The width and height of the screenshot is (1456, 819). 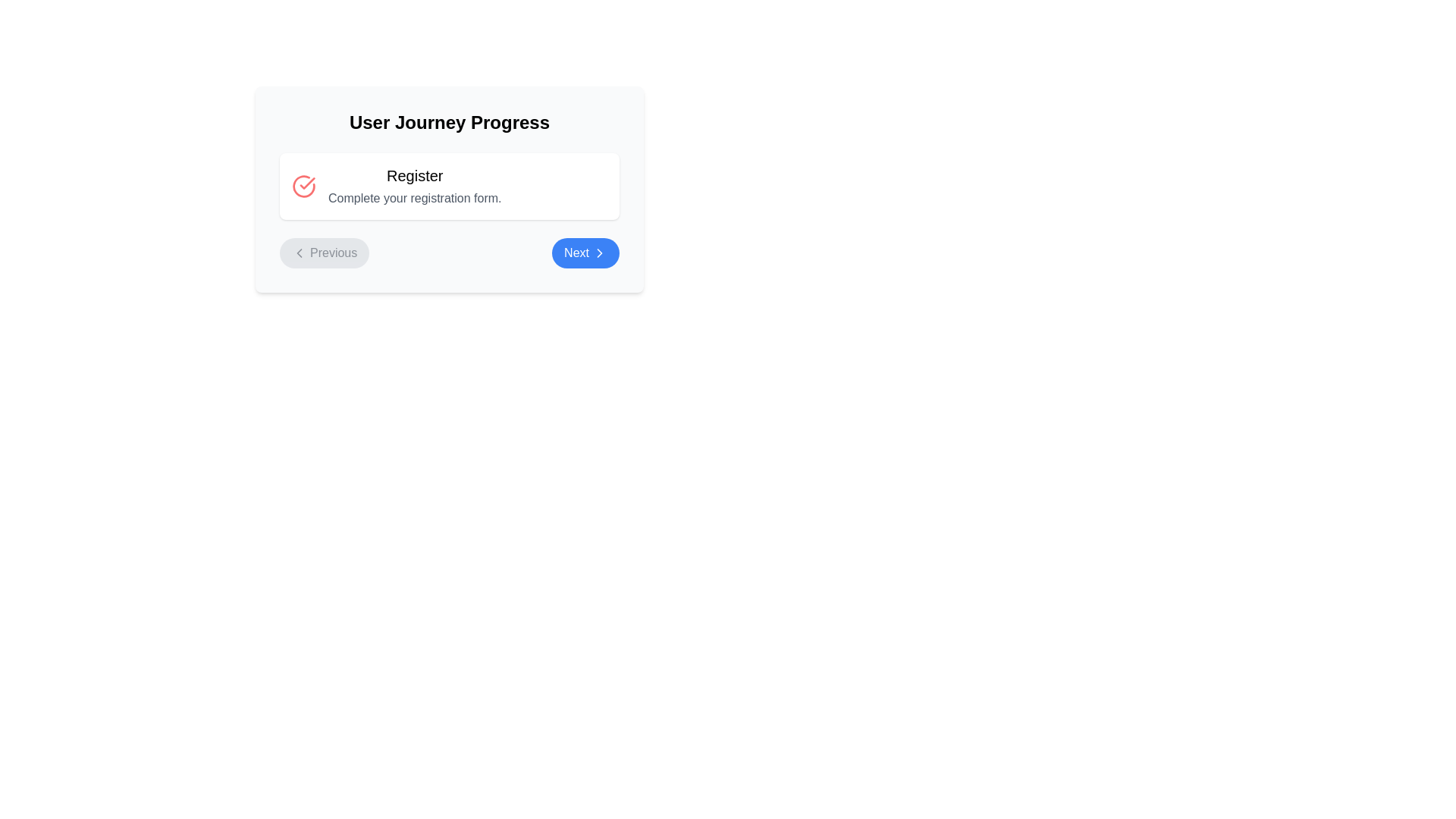 What do you see at coordinates (415, 174) in the screenshot?
I see `title or heading text of the registration card located at the center of the upper part of the card, which indicates the purpose of the subsequent content related to registering` at bounding box center [415, 174].